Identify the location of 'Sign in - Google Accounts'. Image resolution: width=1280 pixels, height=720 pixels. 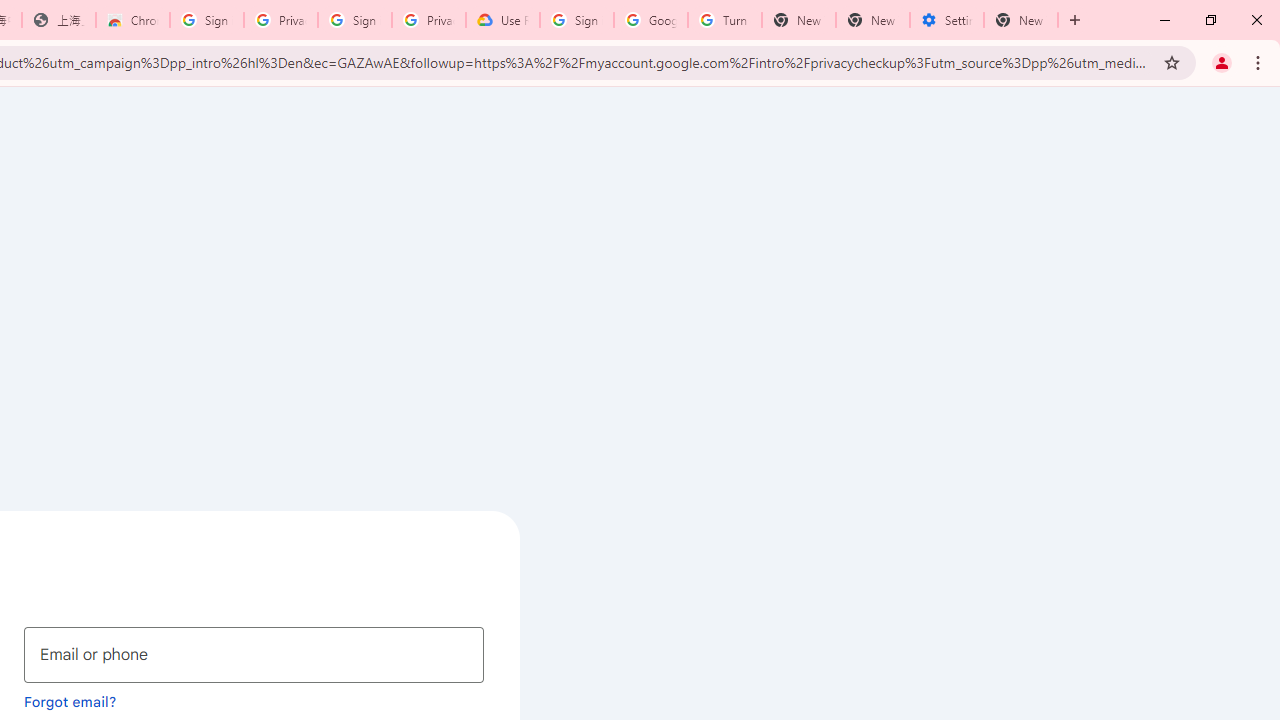
(576, 20).